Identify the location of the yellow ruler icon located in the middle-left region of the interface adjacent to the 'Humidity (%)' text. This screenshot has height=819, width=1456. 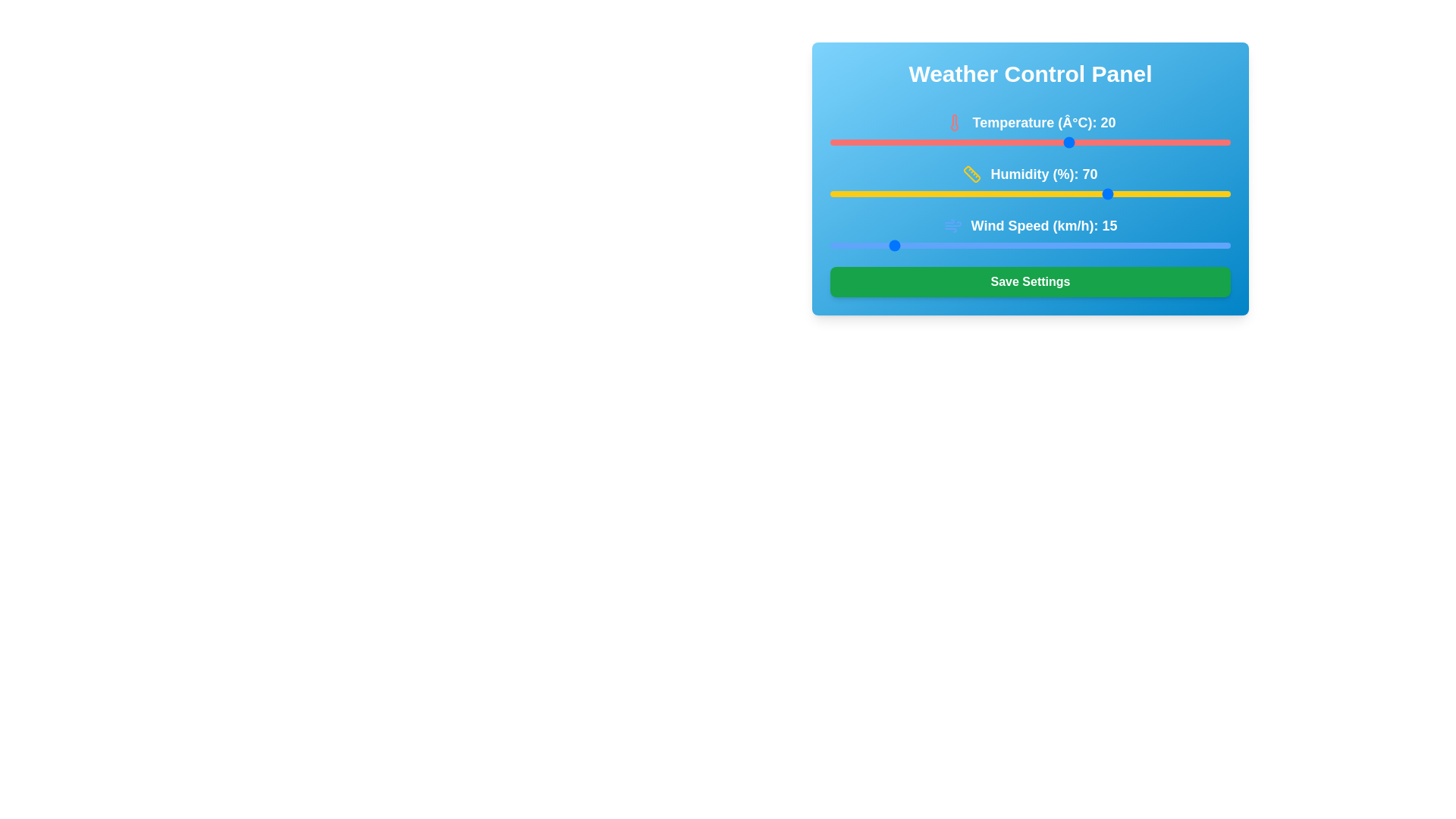
(972, 174).